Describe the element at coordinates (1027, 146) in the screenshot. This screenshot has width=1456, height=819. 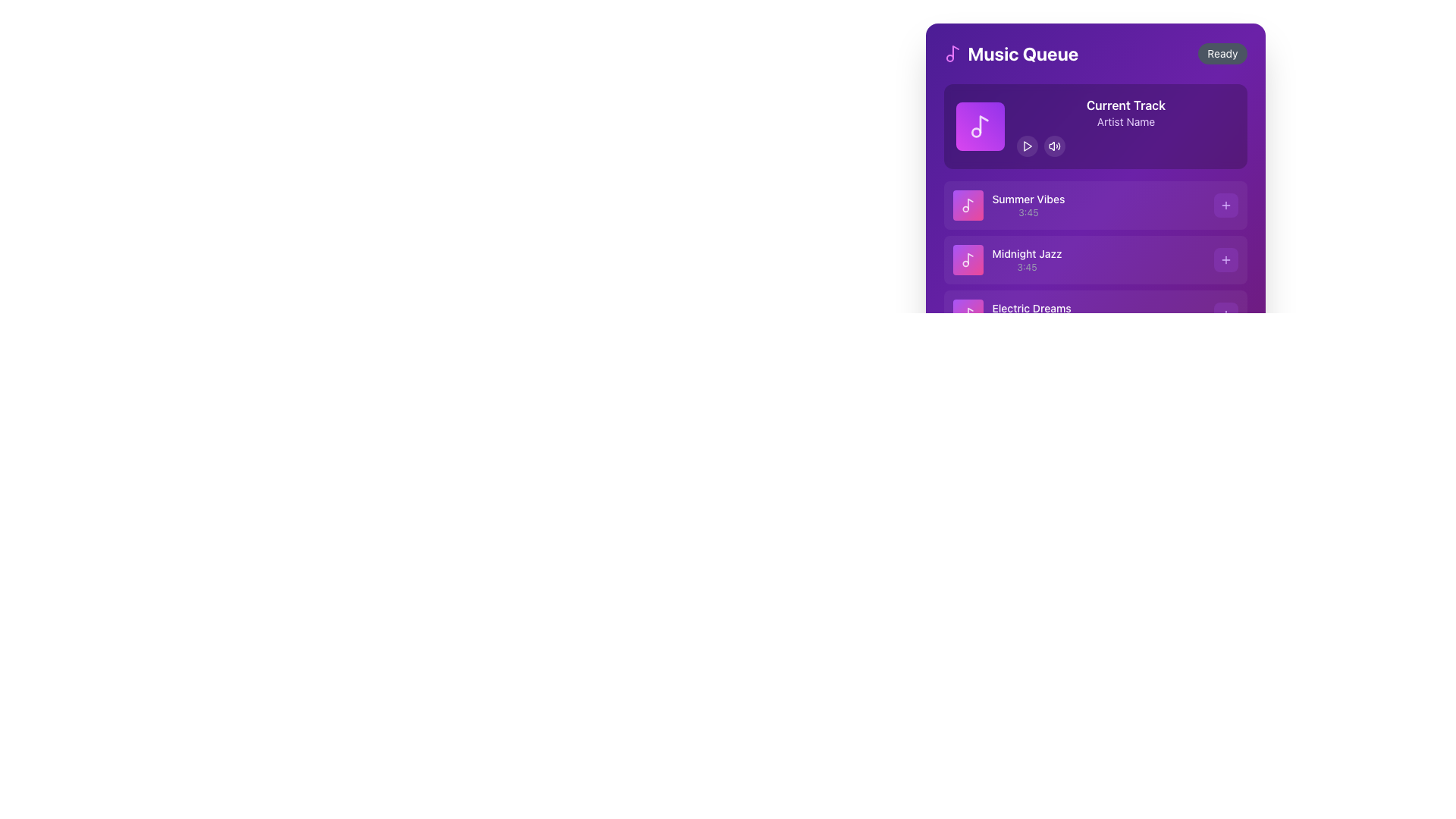
I see `the circular play button located in the 'Music Queue' card, which is the leftmost control button under the 'Current Track' section, to initiate playback` at that location.